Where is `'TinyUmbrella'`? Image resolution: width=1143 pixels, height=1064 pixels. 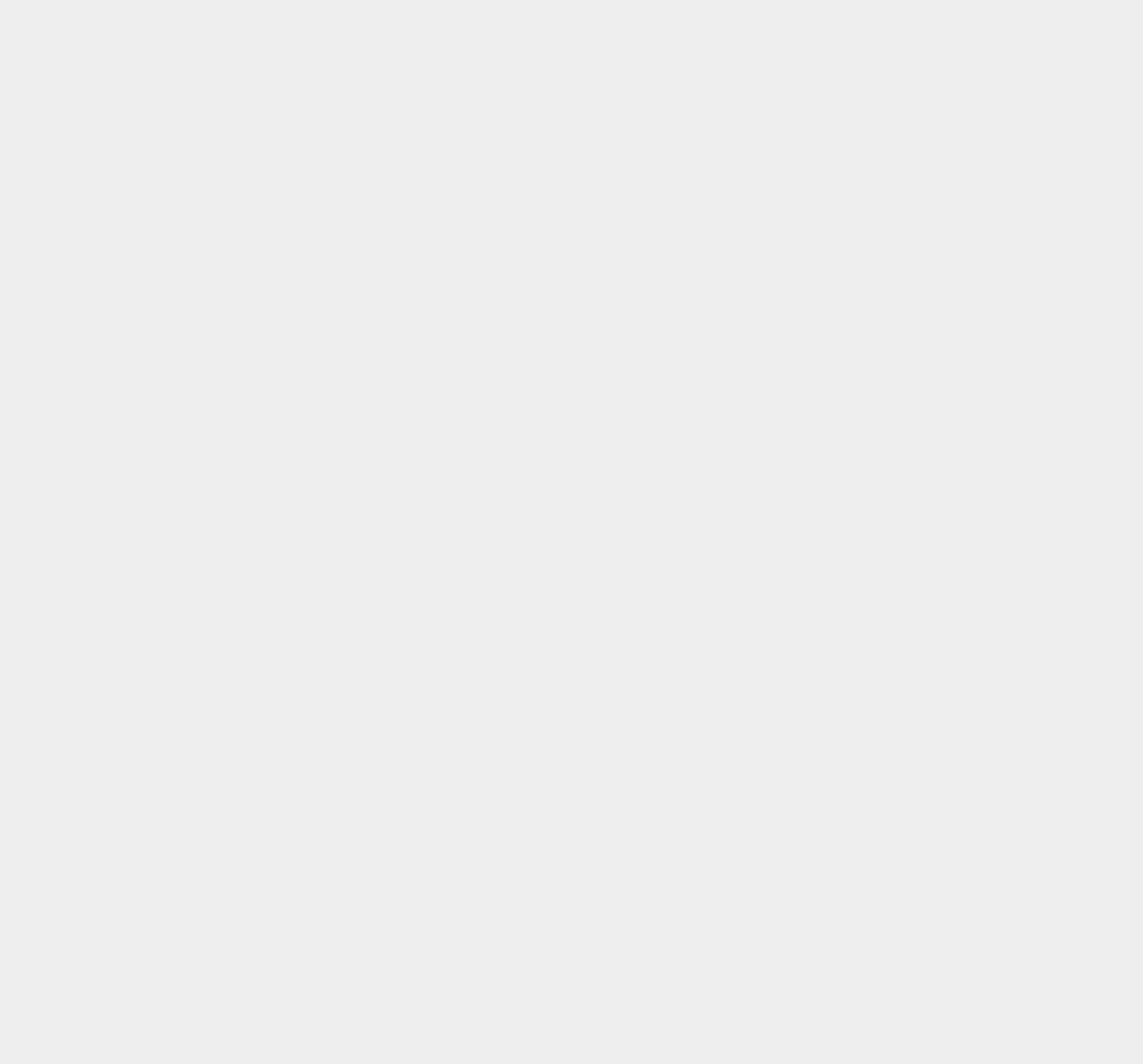
'TinyUmbrella' is located at coordinates (847, 920).